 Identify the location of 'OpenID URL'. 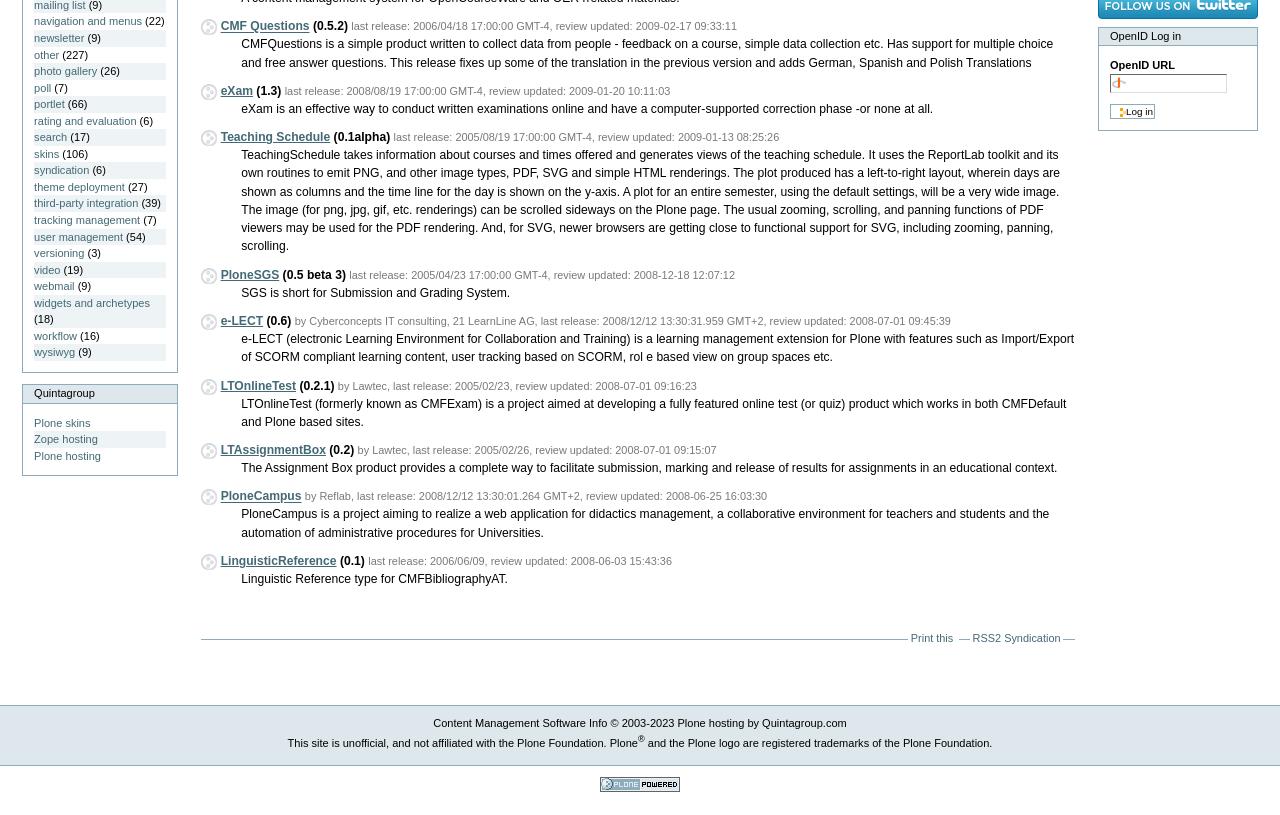
(1141, 64).